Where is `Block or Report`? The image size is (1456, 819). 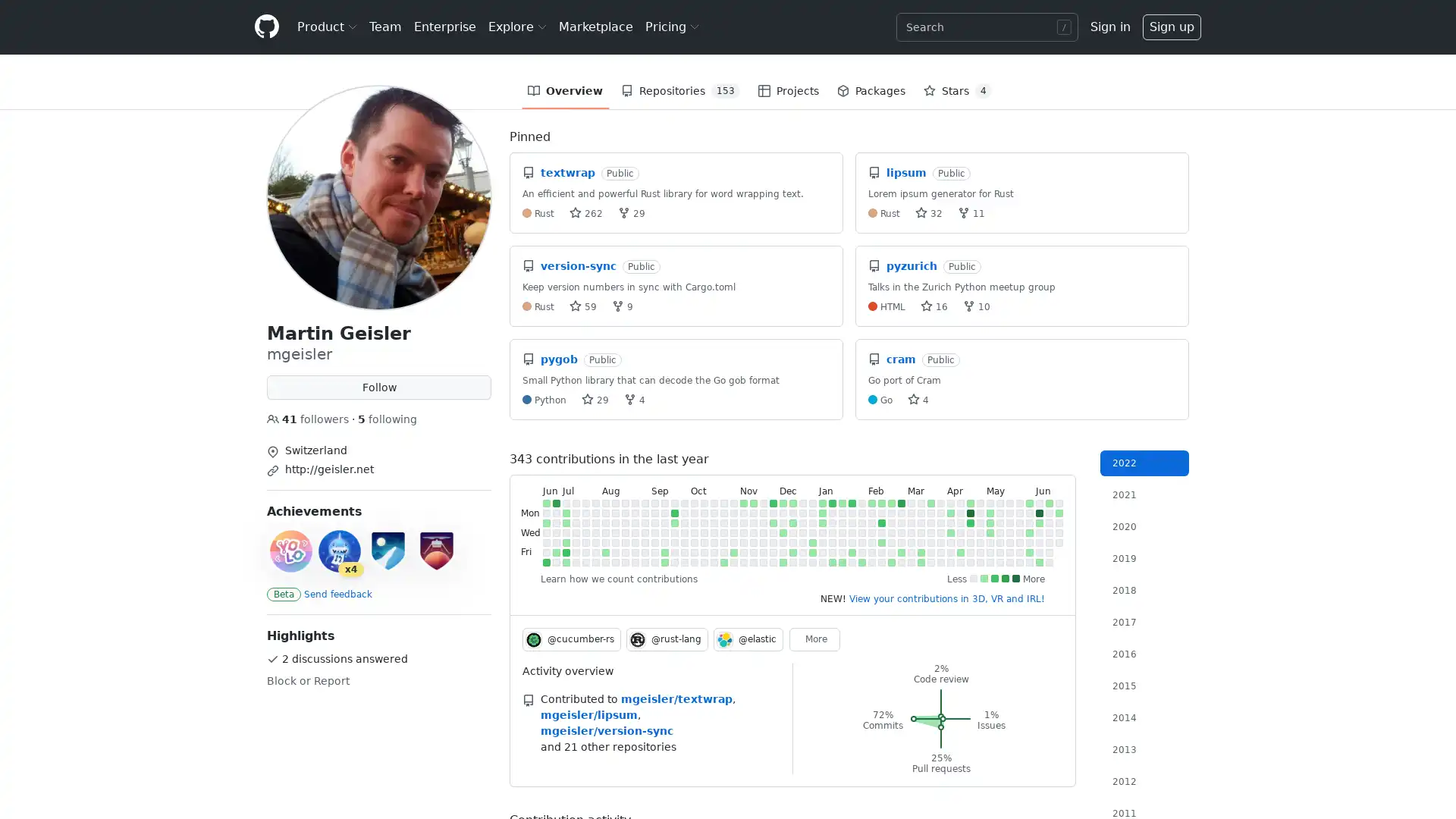
Block or Report is located at coordinates (307, 680).